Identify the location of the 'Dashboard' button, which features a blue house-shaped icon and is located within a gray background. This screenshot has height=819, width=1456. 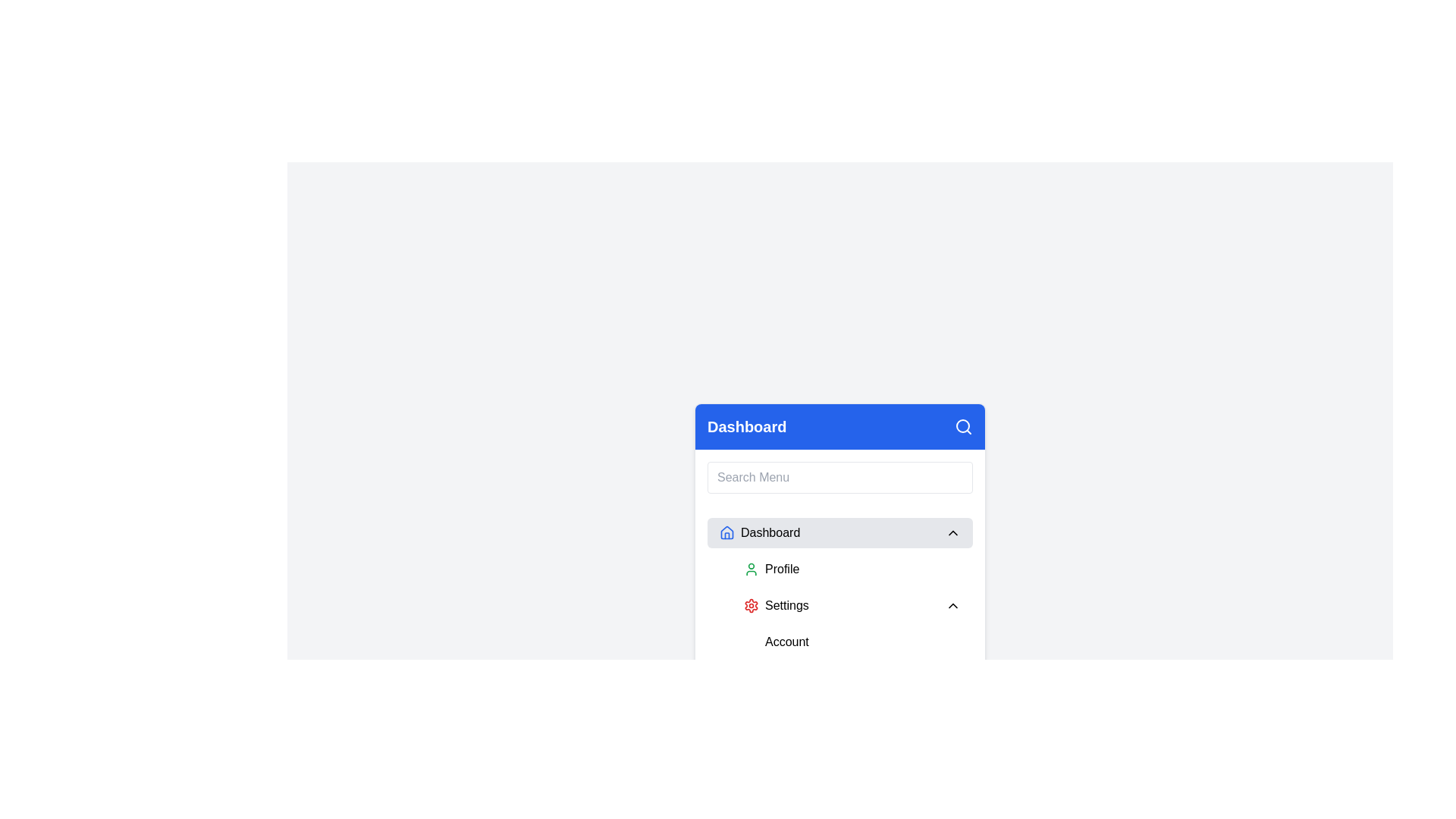
(760, 532).